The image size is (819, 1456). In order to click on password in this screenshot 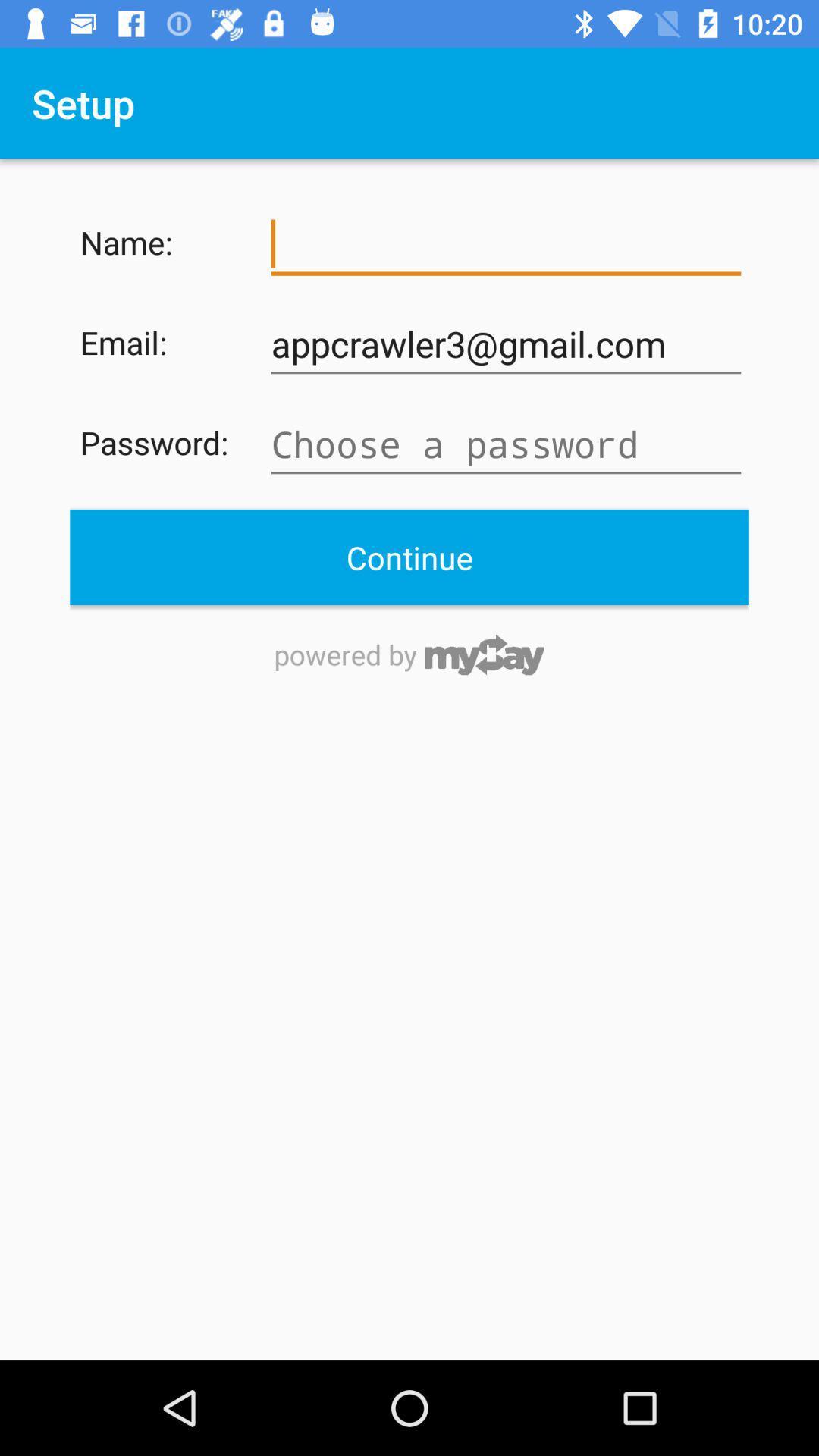, I will do `click(506, 444)`.